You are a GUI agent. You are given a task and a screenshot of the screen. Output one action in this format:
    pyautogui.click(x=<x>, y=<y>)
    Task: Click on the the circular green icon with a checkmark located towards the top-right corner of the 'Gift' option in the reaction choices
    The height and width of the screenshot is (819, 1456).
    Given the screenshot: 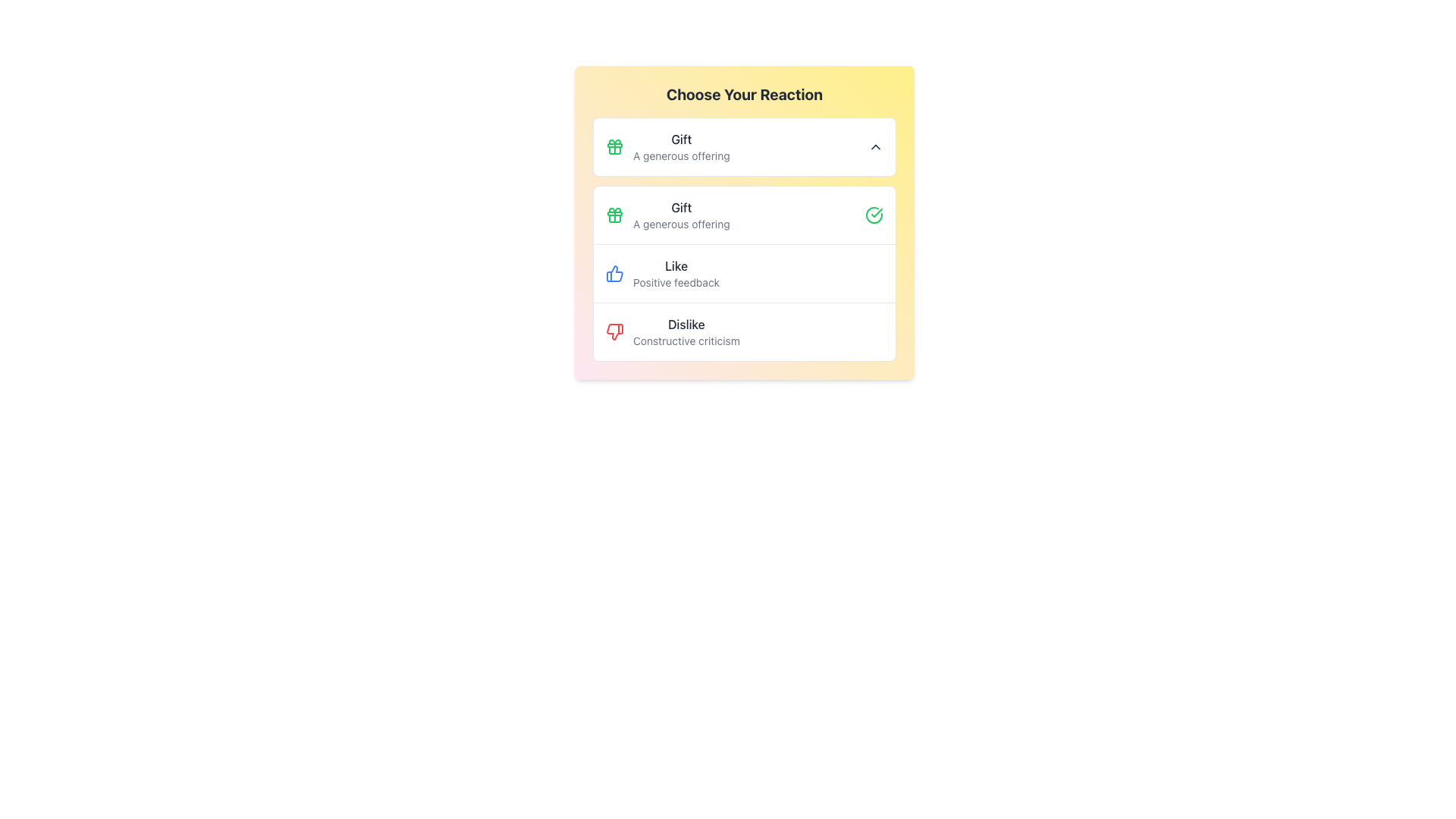 What is the action you would take?
    pyautogui.click(x=874, y=215)
    